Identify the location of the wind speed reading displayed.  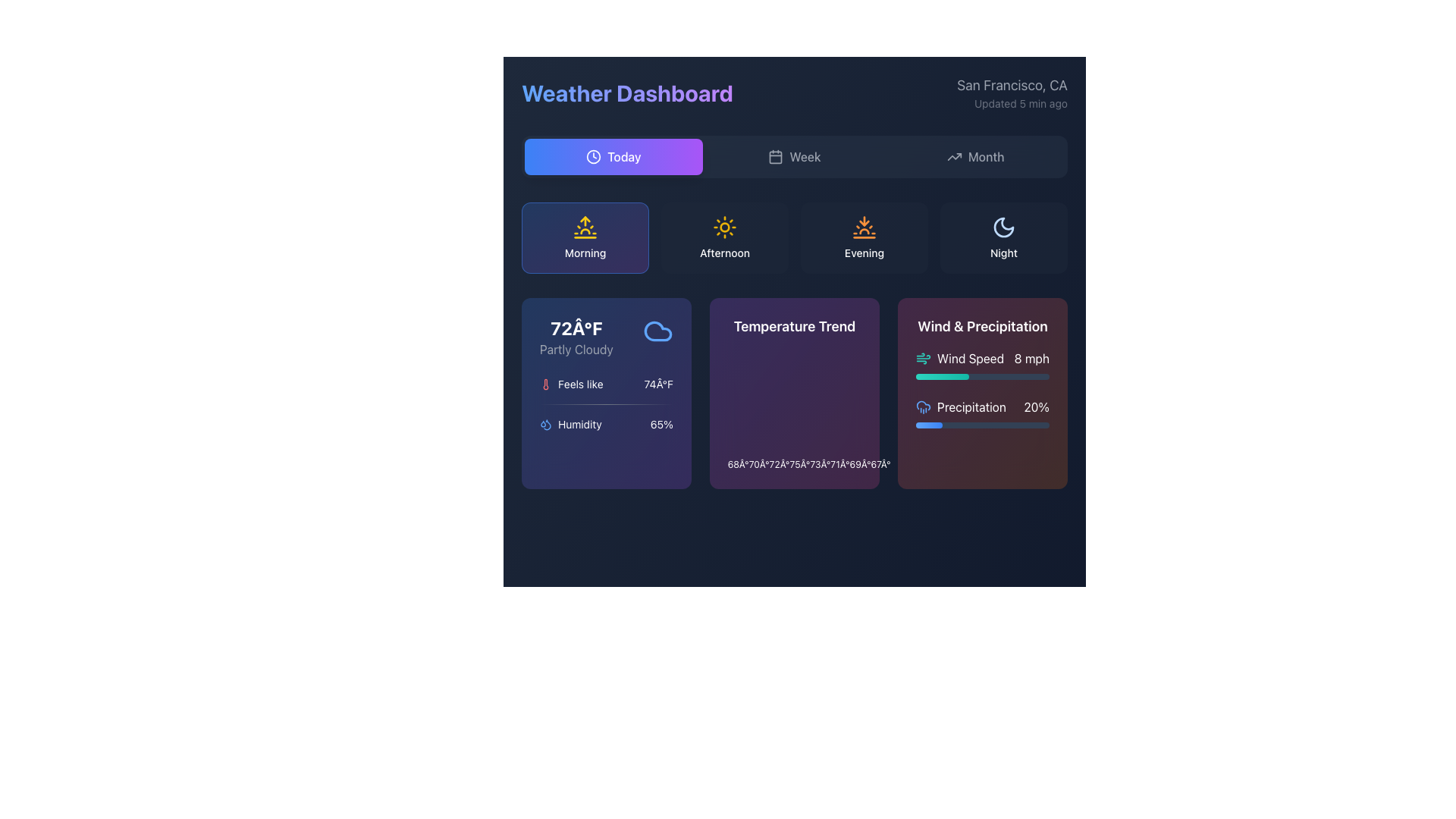
(1031, 359).